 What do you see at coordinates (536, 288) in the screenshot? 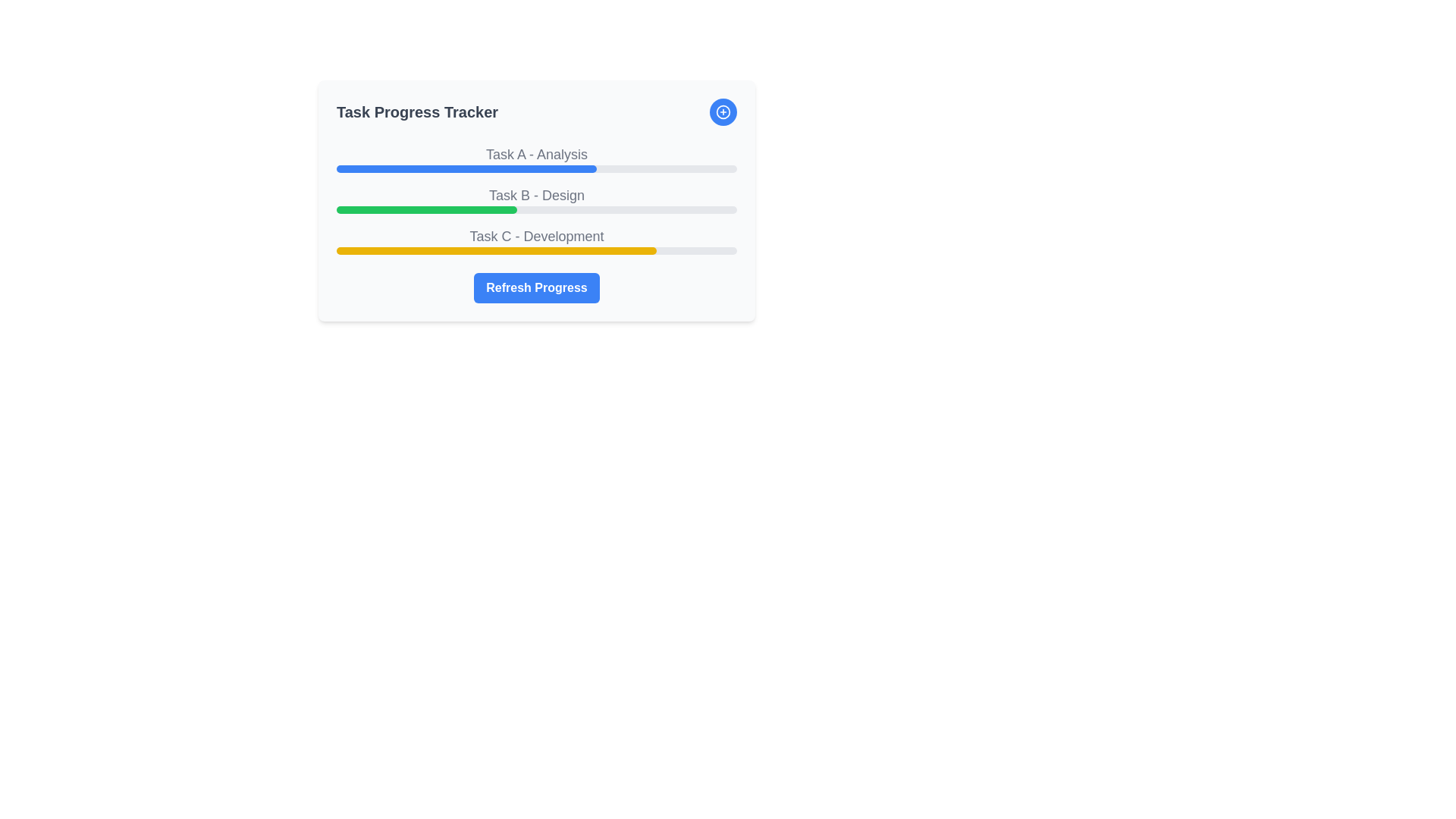
I see `the refresh button located below the progress bars to observe the hover effect` at bounding box center [536, 288].